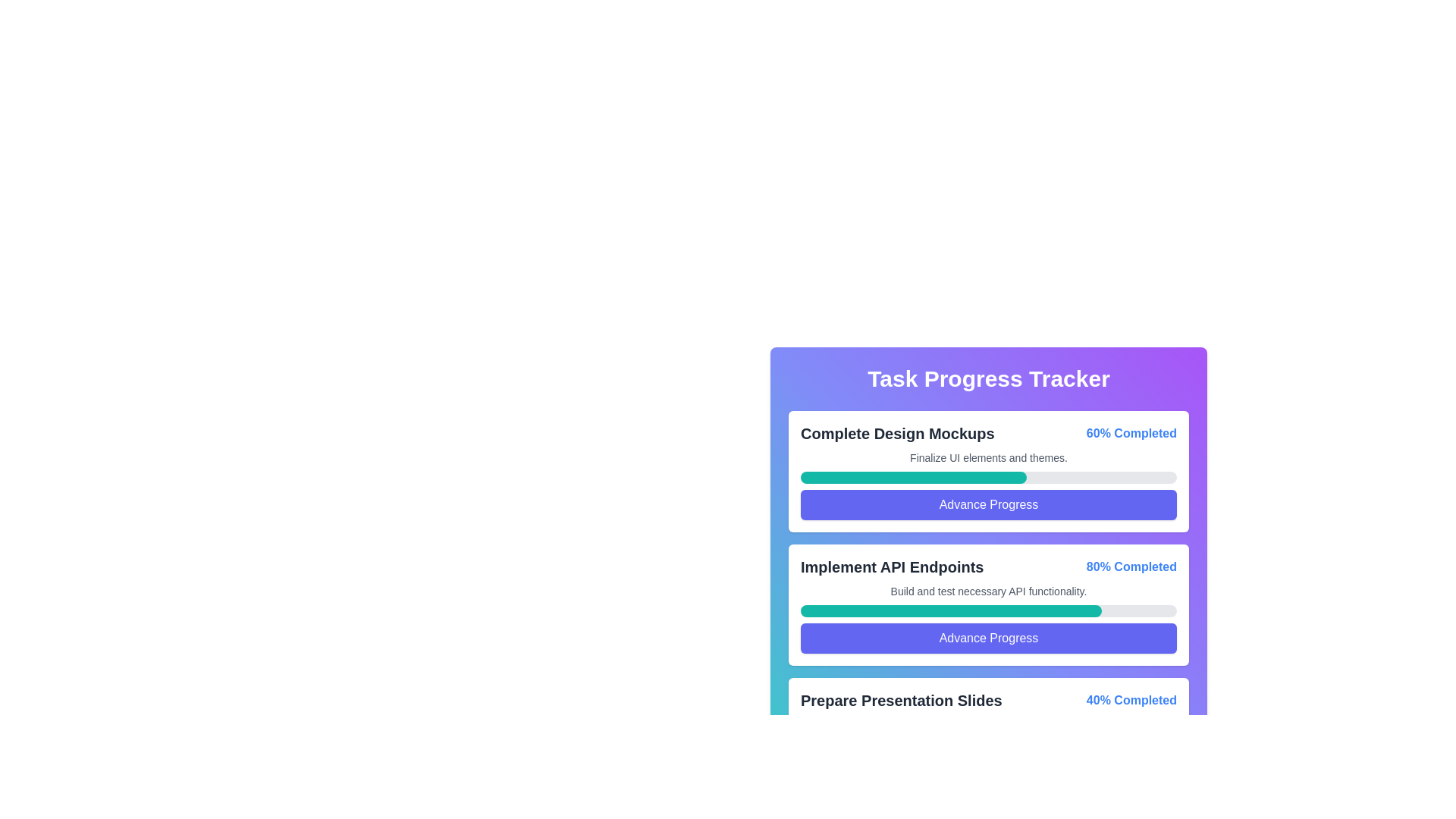 The image size is (1456, 819). I want to click on the static text element that reads 'Finalize UI elements and themes.' which is located below the bolded text 'Complete Design Mockups' and above a progress bar, so click(989, 457).